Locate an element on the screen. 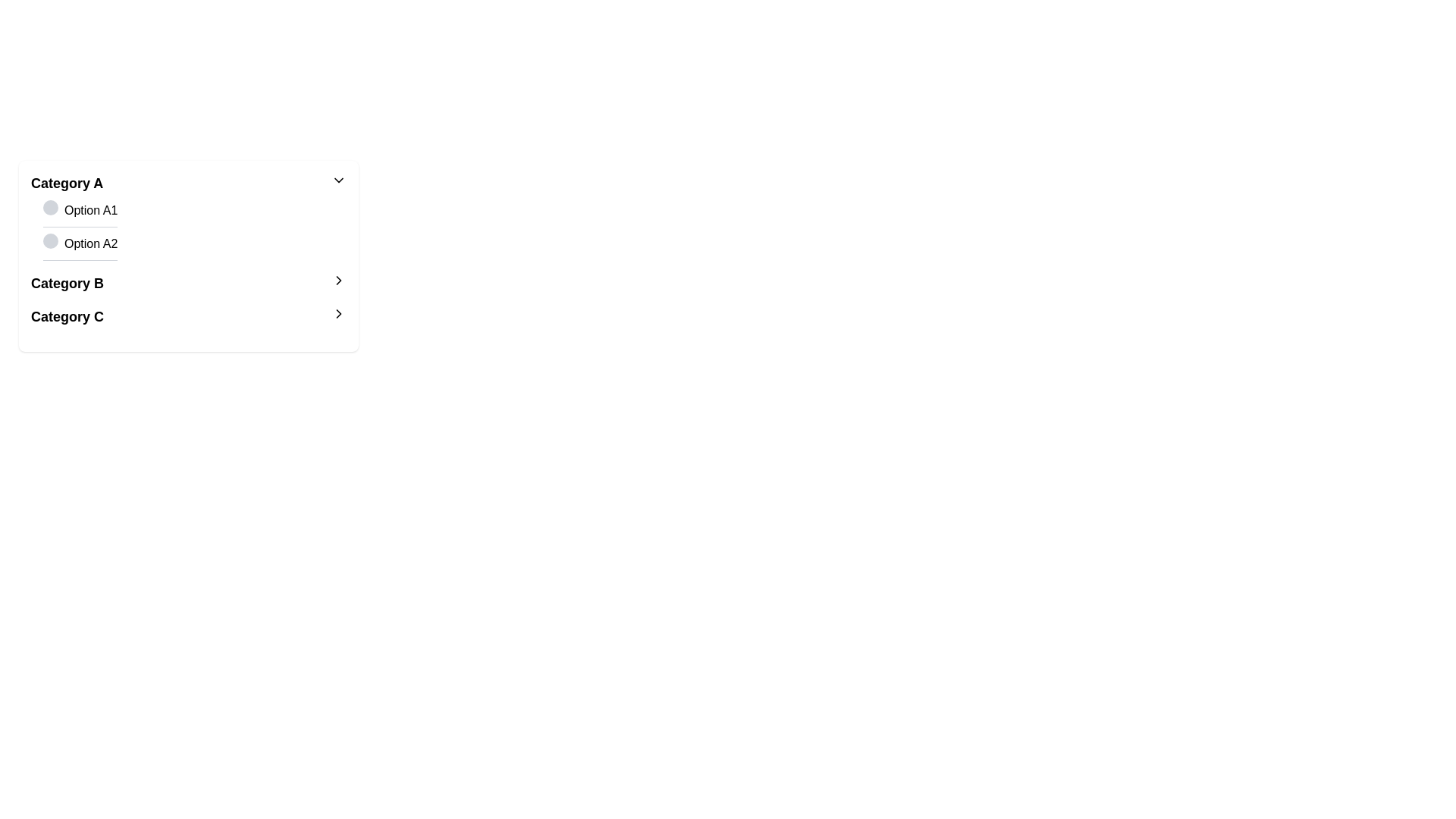 This screenshot has height=819, width=1456. the text label 'Option A1' which is associated with a selectable menu option, located to the right of a small circular icon under the heading 'Category A' is located at coordinates (90, 210).